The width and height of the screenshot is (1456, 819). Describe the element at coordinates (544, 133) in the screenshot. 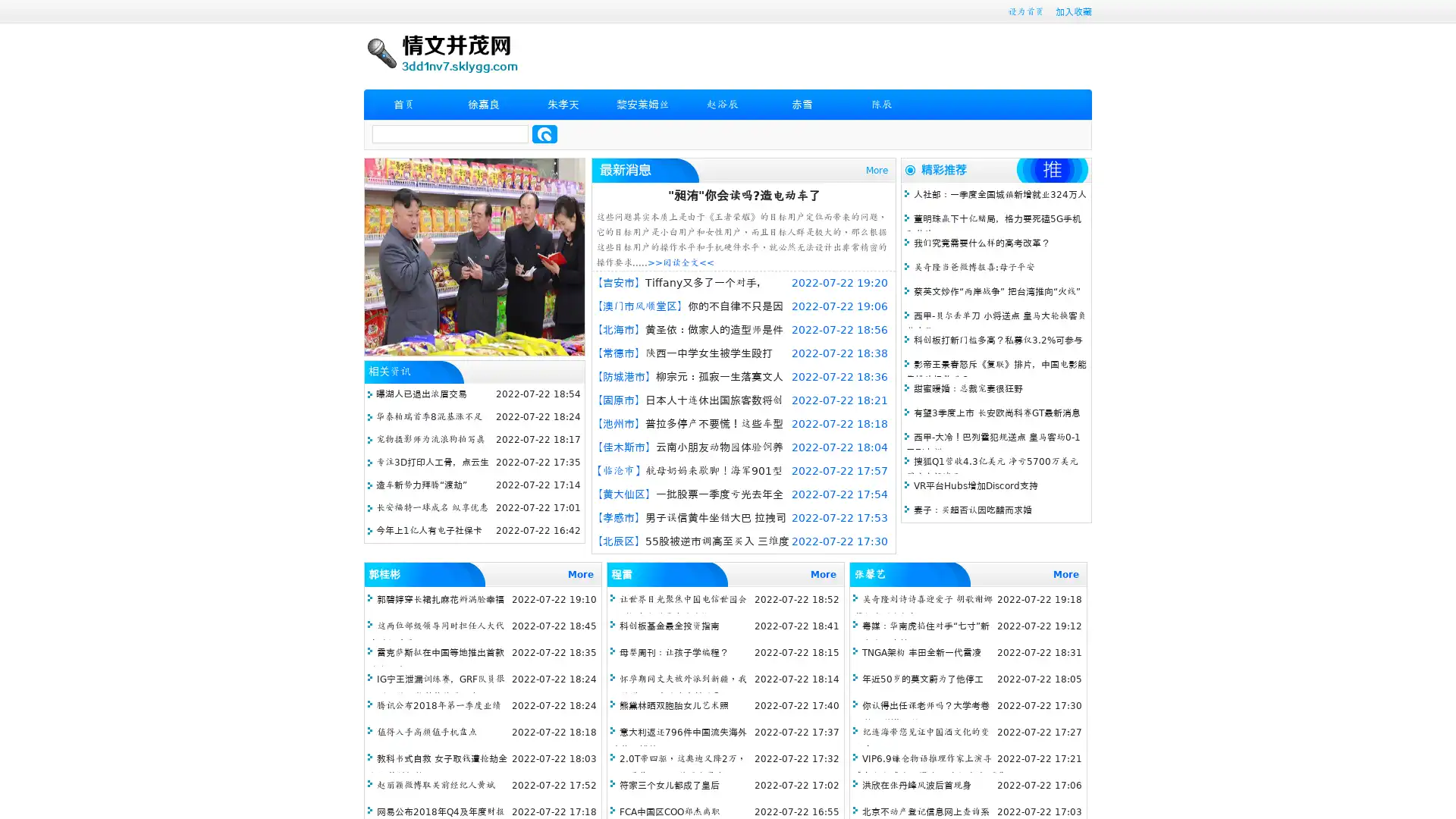

I see `Search` at that location.